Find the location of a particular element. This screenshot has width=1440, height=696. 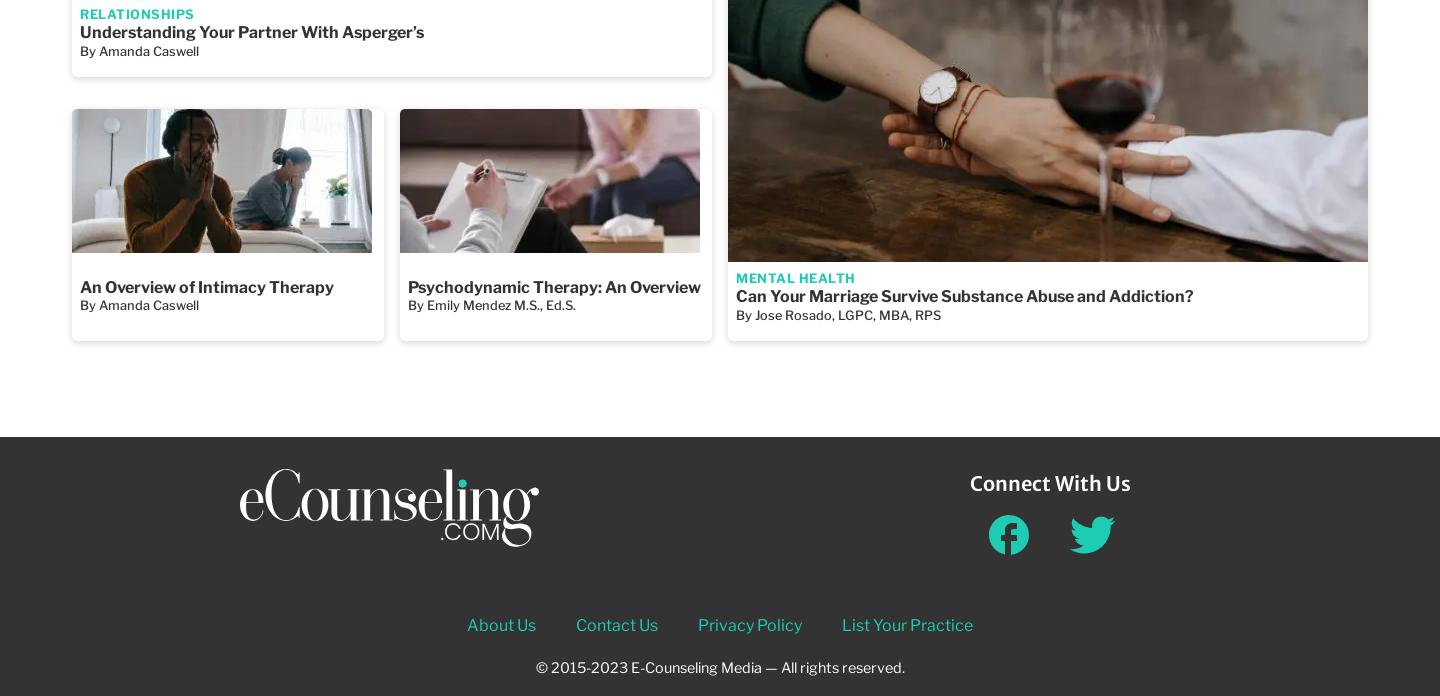

'An Overview of Intimacy Therapy' is located at coordinates (206, 285).